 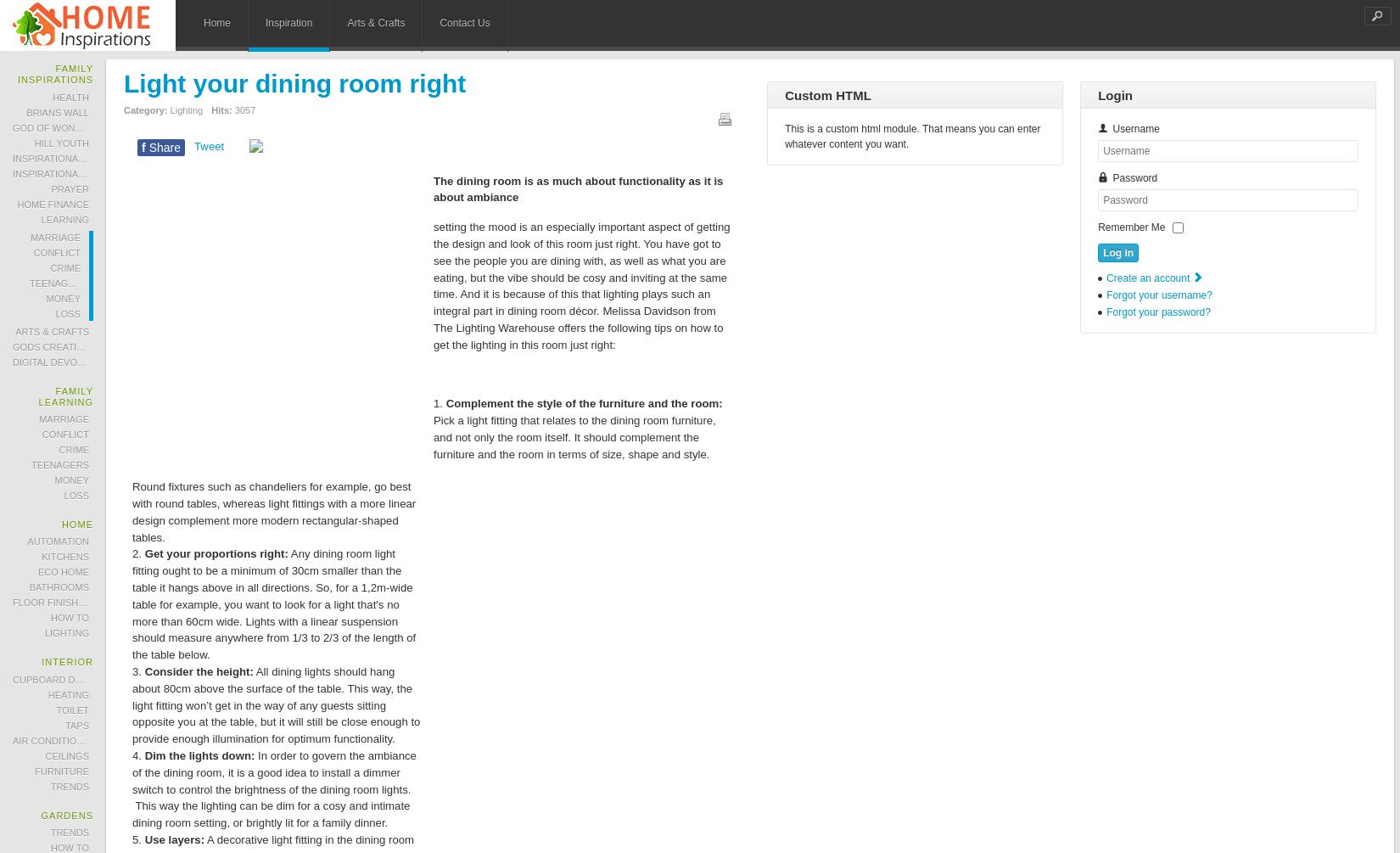 What do you see at coordinates (81, 346) in the screenshot?
I see `'Gods creation in the wild'` at bounding box center [81, 346].